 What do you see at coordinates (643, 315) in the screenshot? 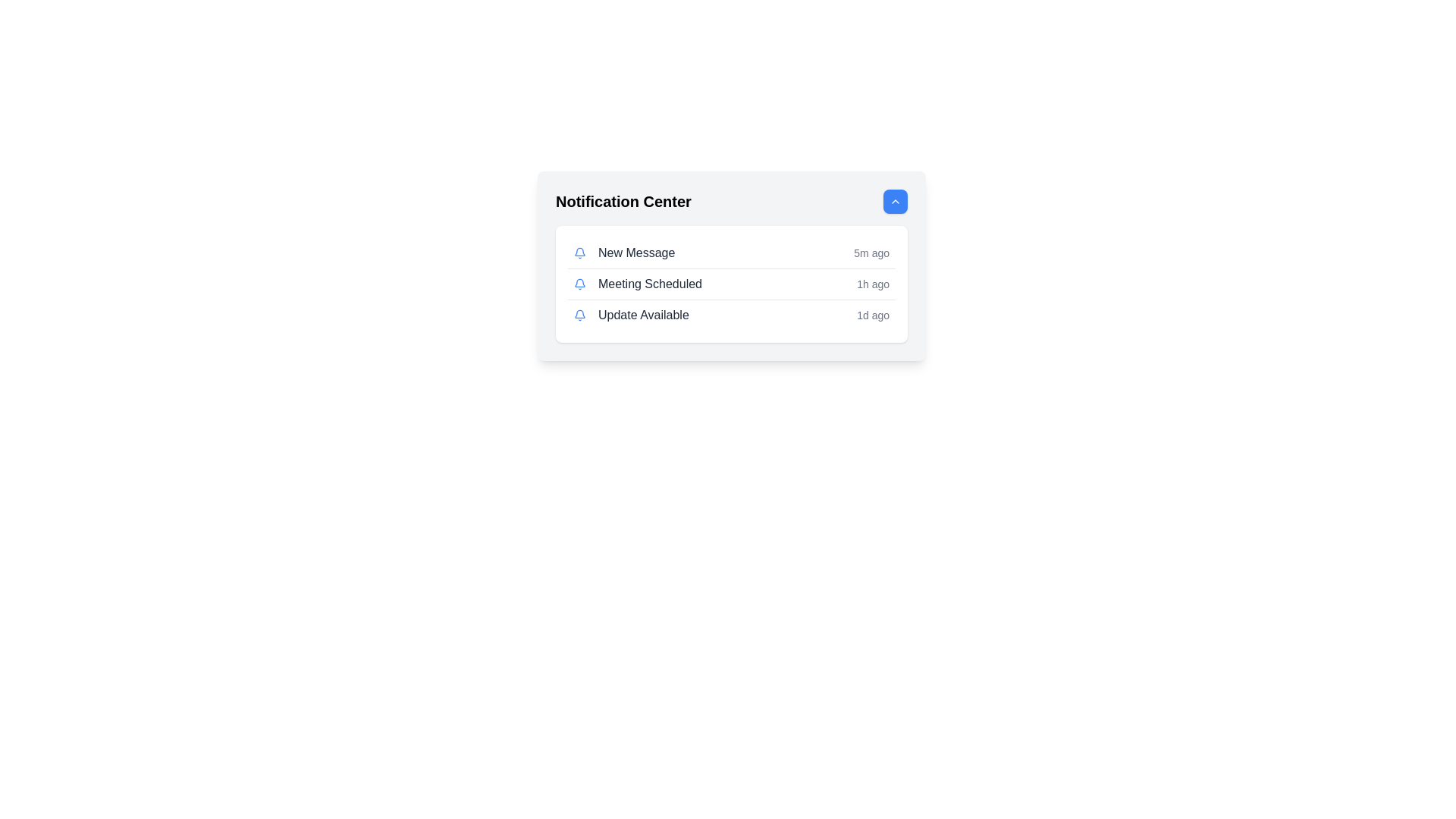
I see `text label displaying 'Update Available' which is the third row in the notification list within the 'Notification Center' panel` at bounding box center [643, 315].